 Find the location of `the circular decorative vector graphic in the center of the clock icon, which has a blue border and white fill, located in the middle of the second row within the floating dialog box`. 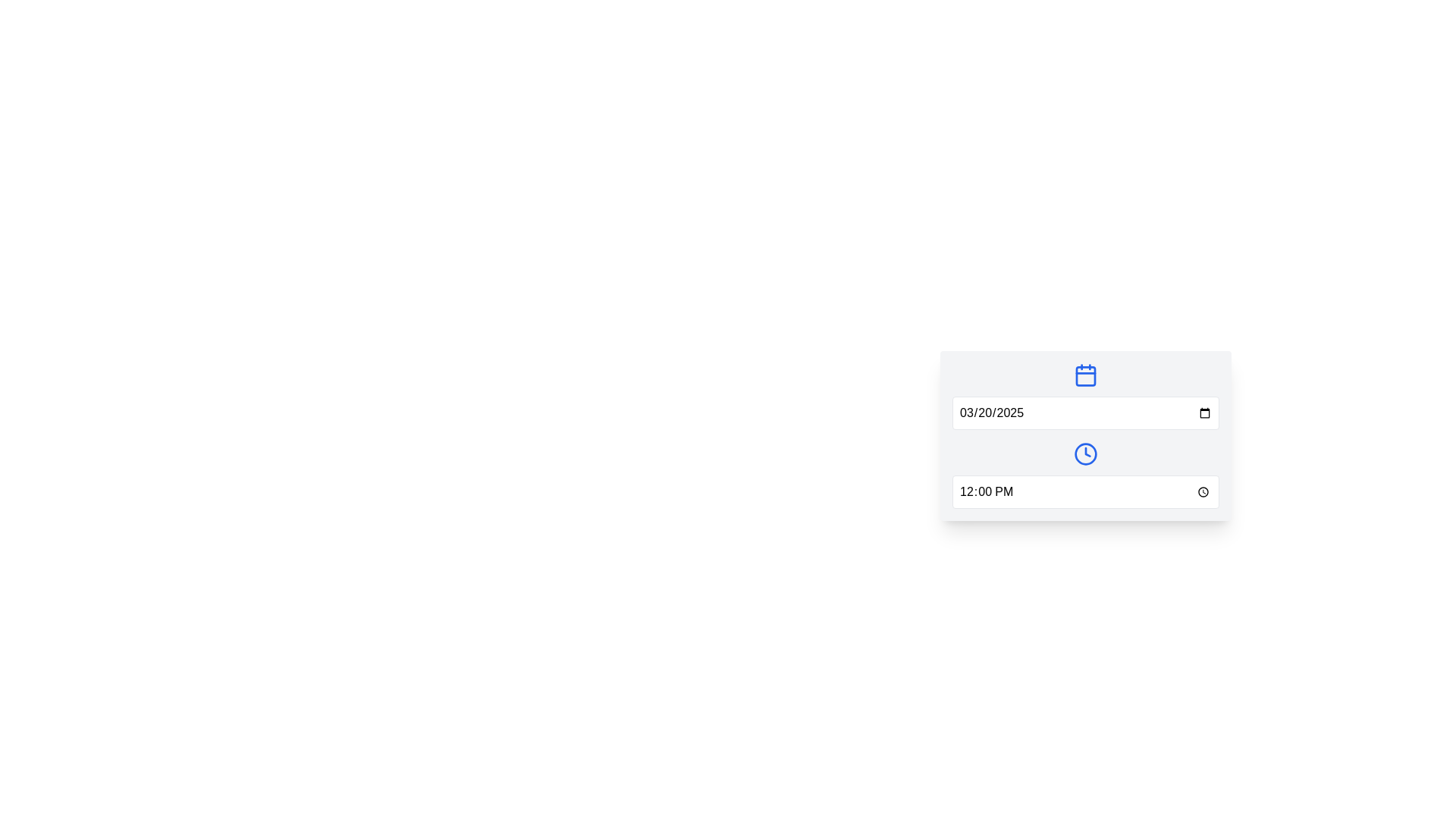

the circular decorative vector graphic in the center of the clock icon, which has a blue border and white fill, located in the middle of the second row within the floating dialog box is located at coordinates (1084, 453).